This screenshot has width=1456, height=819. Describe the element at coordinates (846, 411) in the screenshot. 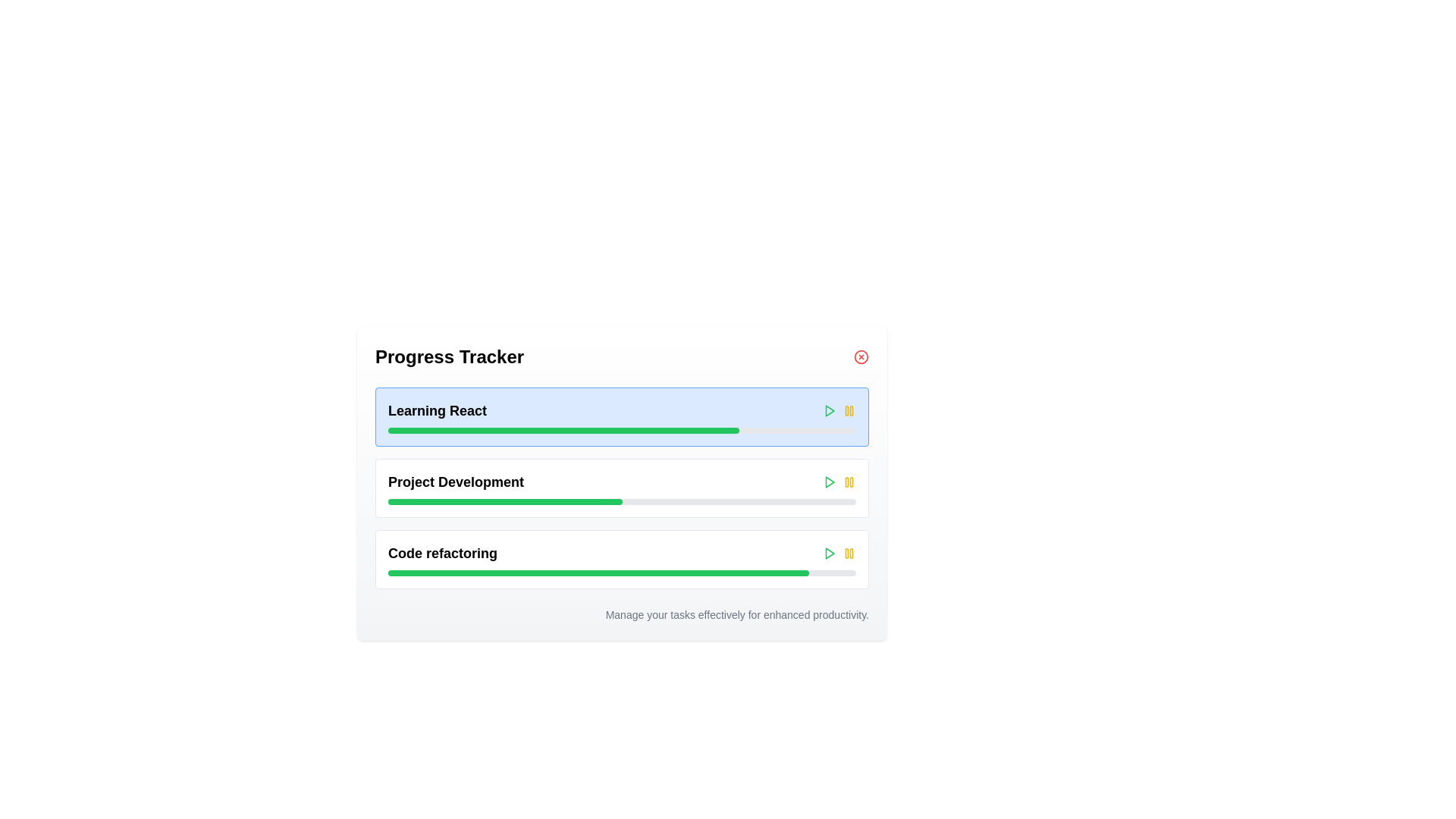

I see `the left bar of the 'pause' icon in the top-right corner of the 'Learning React' component` at that location.